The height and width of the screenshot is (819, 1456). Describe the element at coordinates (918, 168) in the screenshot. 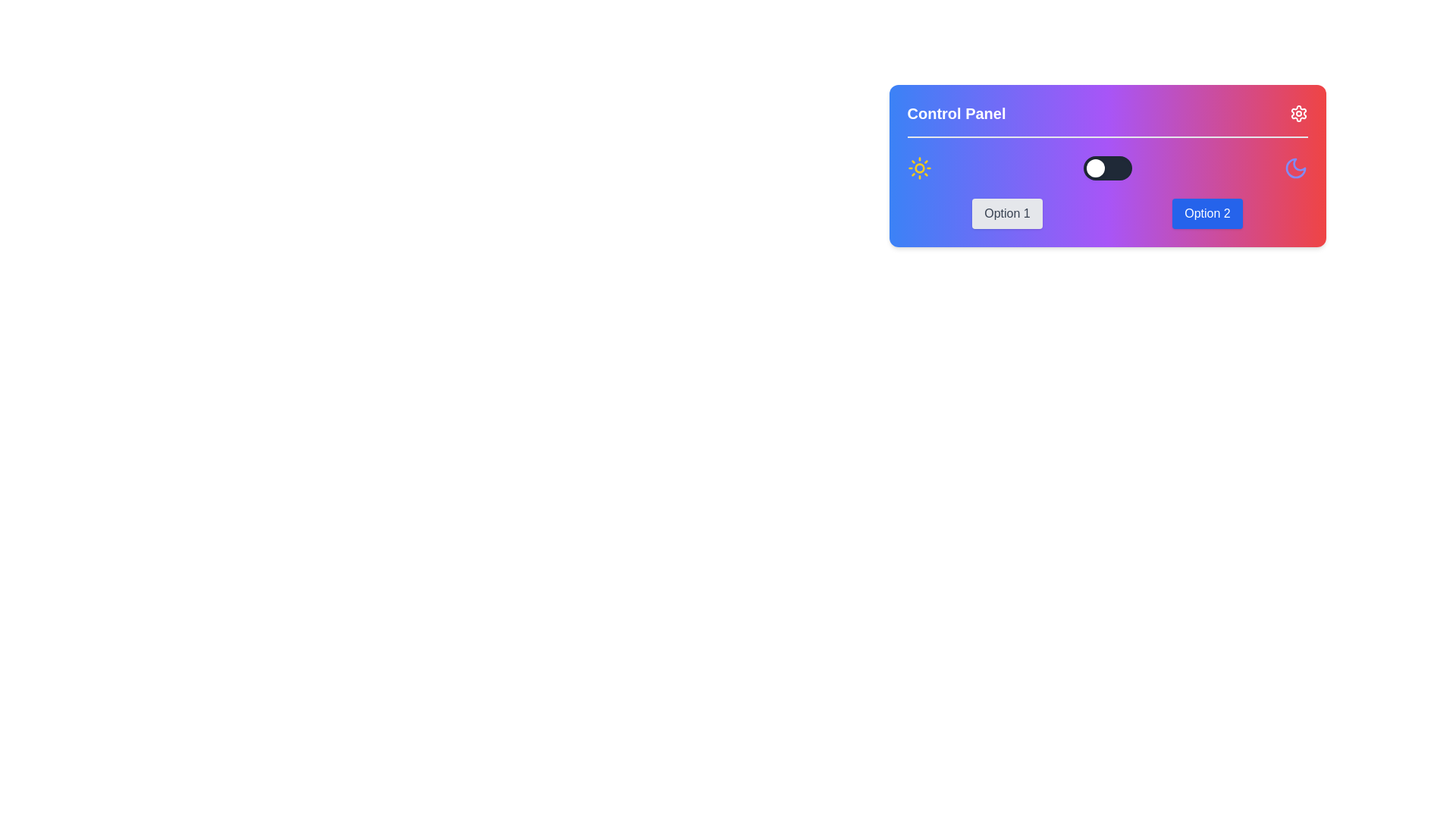

I see `the sun icon located in the top left corner of the control panel` at that location.